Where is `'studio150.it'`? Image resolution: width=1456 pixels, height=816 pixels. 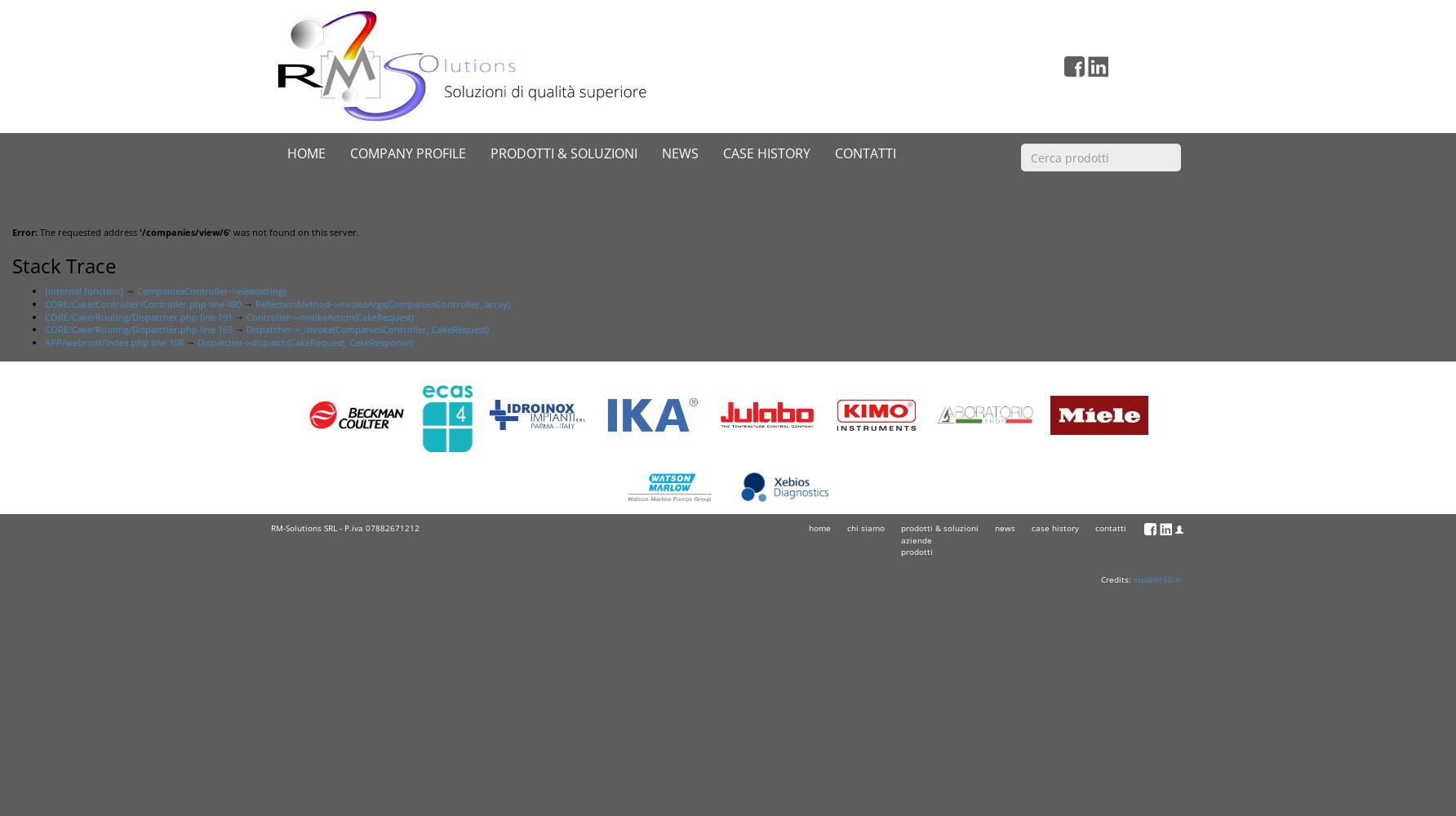 'studio150.it' is located at coordinates (1156, 578).